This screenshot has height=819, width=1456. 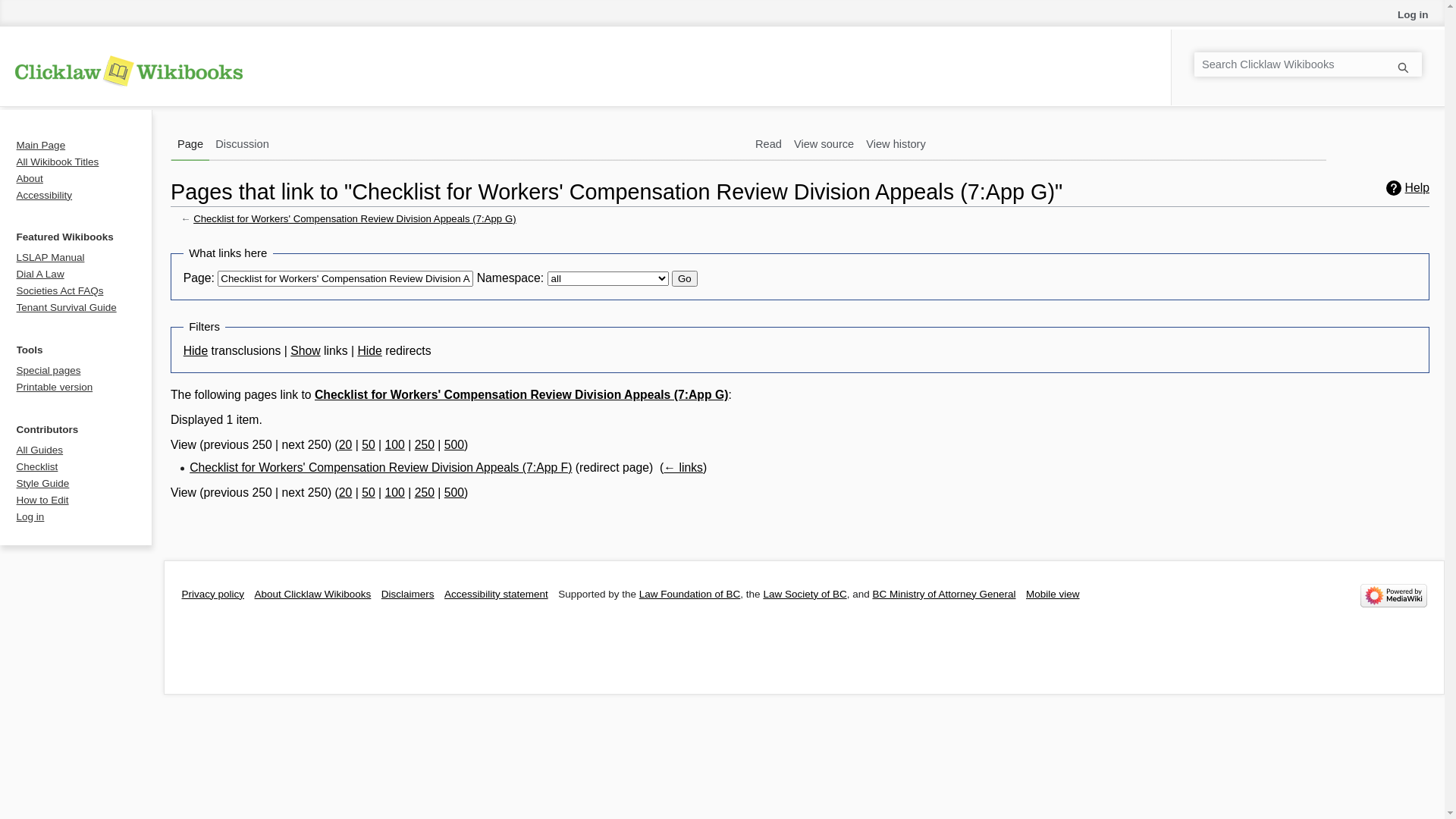 I want to click on '100', so click(x=395, y=444).